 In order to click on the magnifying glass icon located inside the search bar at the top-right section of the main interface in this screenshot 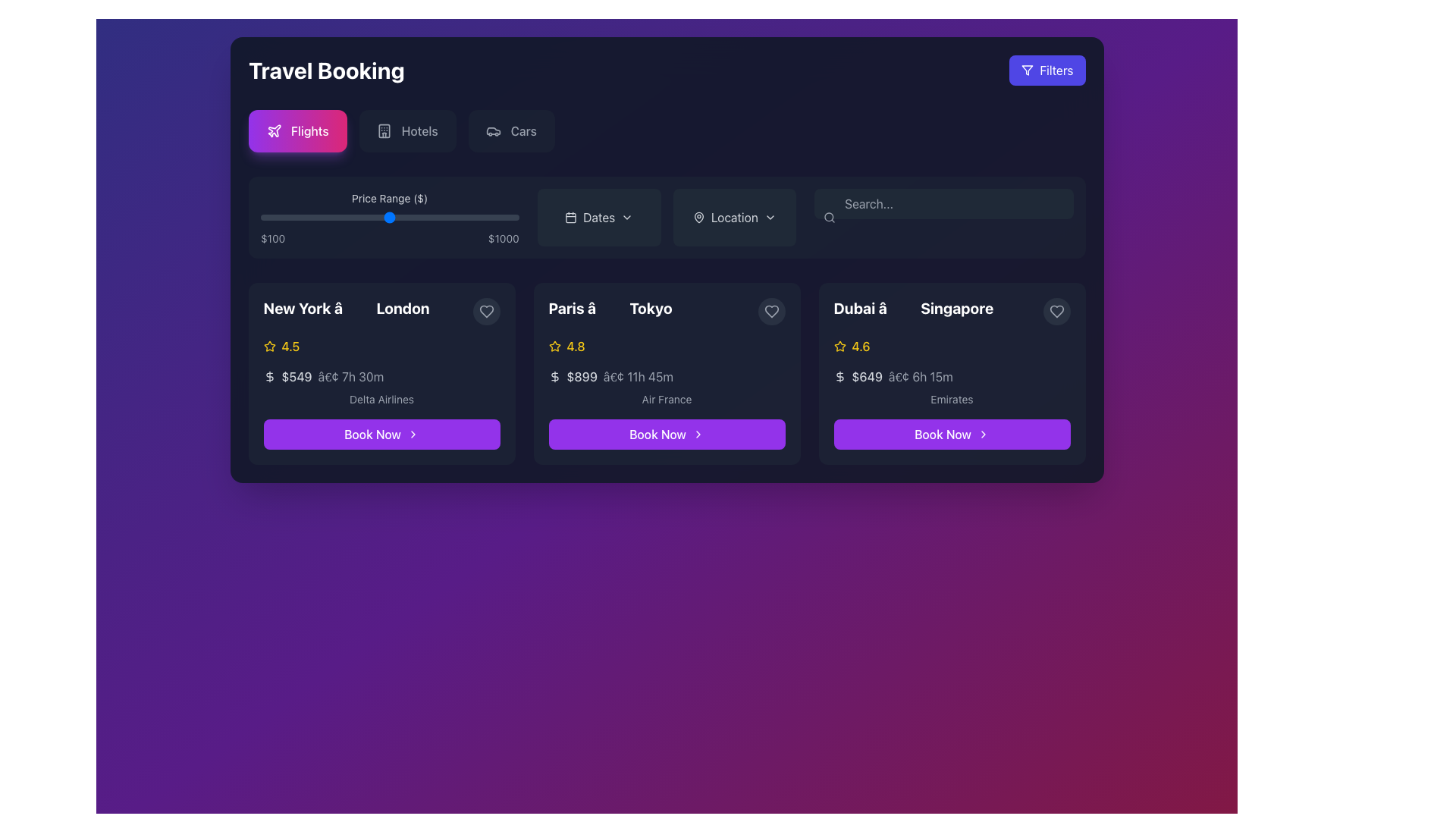, I will do `click(829, 217)`.